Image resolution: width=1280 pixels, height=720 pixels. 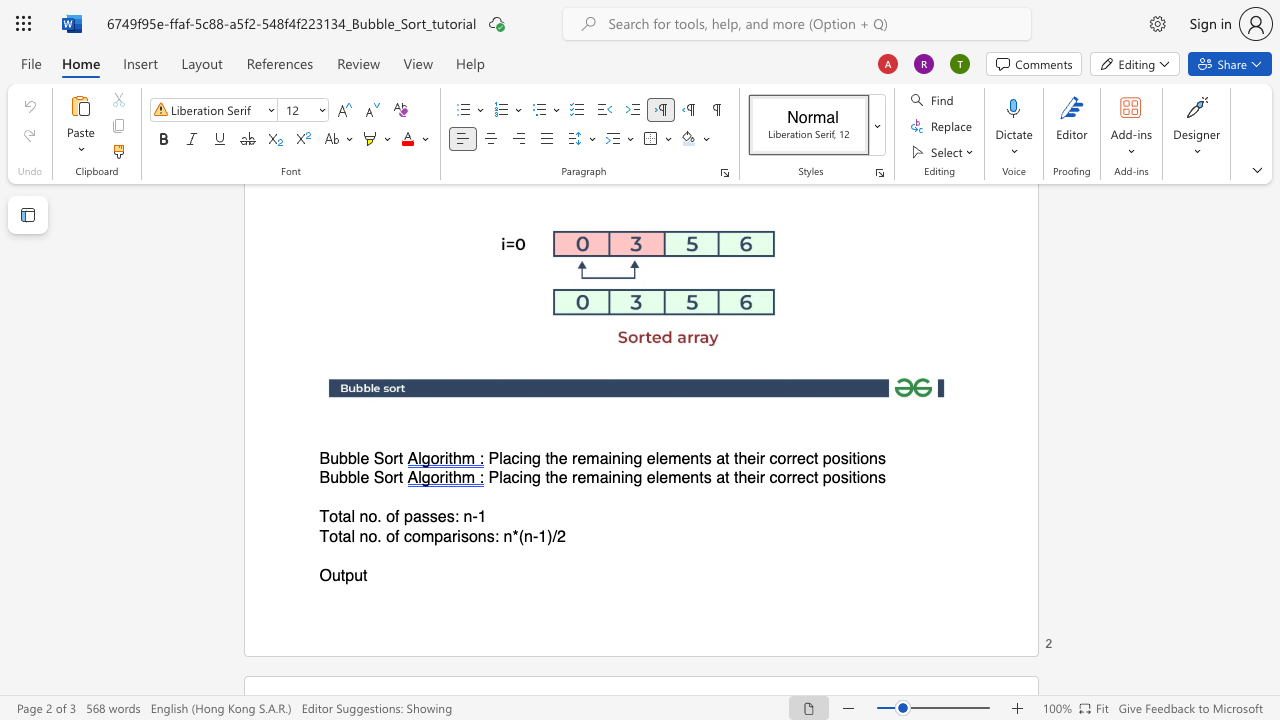 I want to click on the 1th character "c" in the text, so click(x=515, y=478).